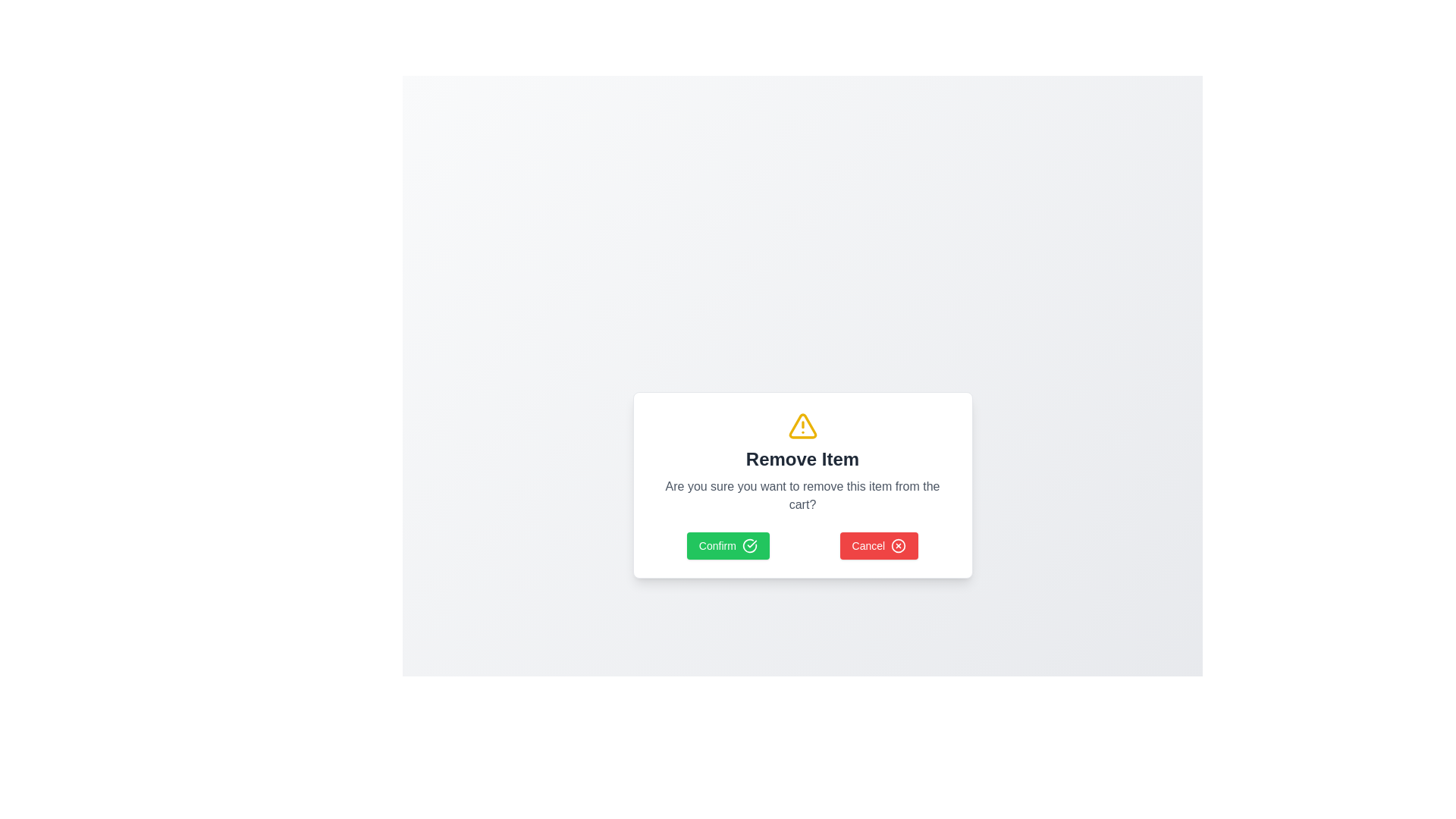 The width and height of the screenshot is (1456, 819). I want to click on the red 'Cancel' button with rounded corners located to the right of the green 'Confirm' button in the confirmation dialog box, so click(879, 546).